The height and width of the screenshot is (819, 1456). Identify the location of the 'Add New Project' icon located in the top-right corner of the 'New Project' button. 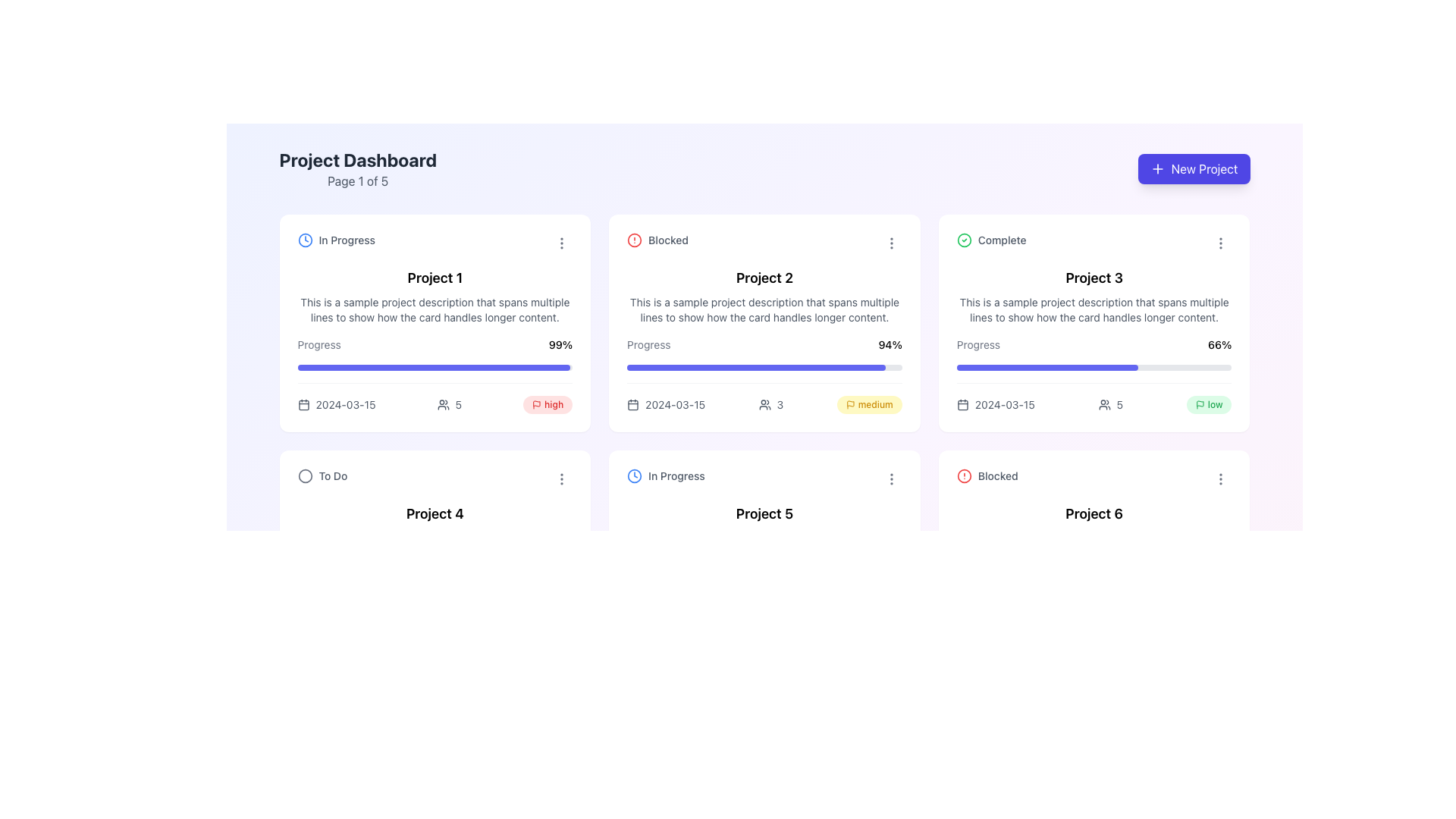
(1156, 169).